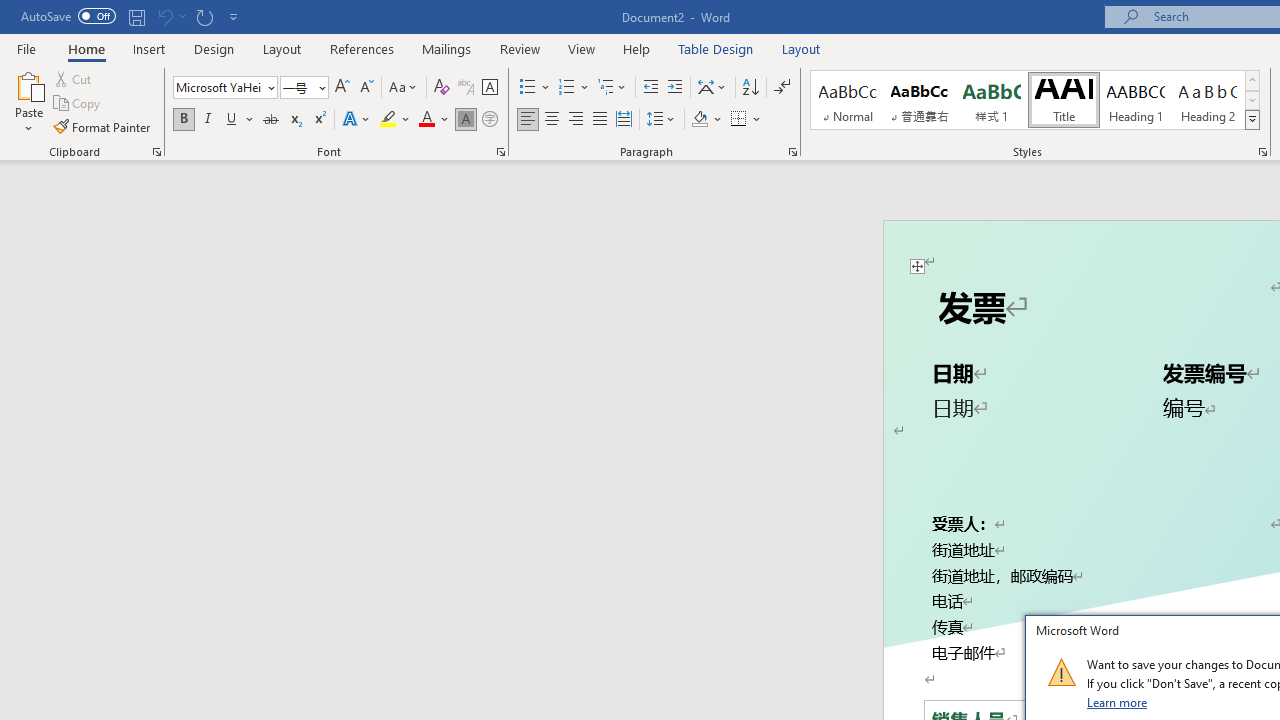  I want to click on 'Paste', so click(28, 84).